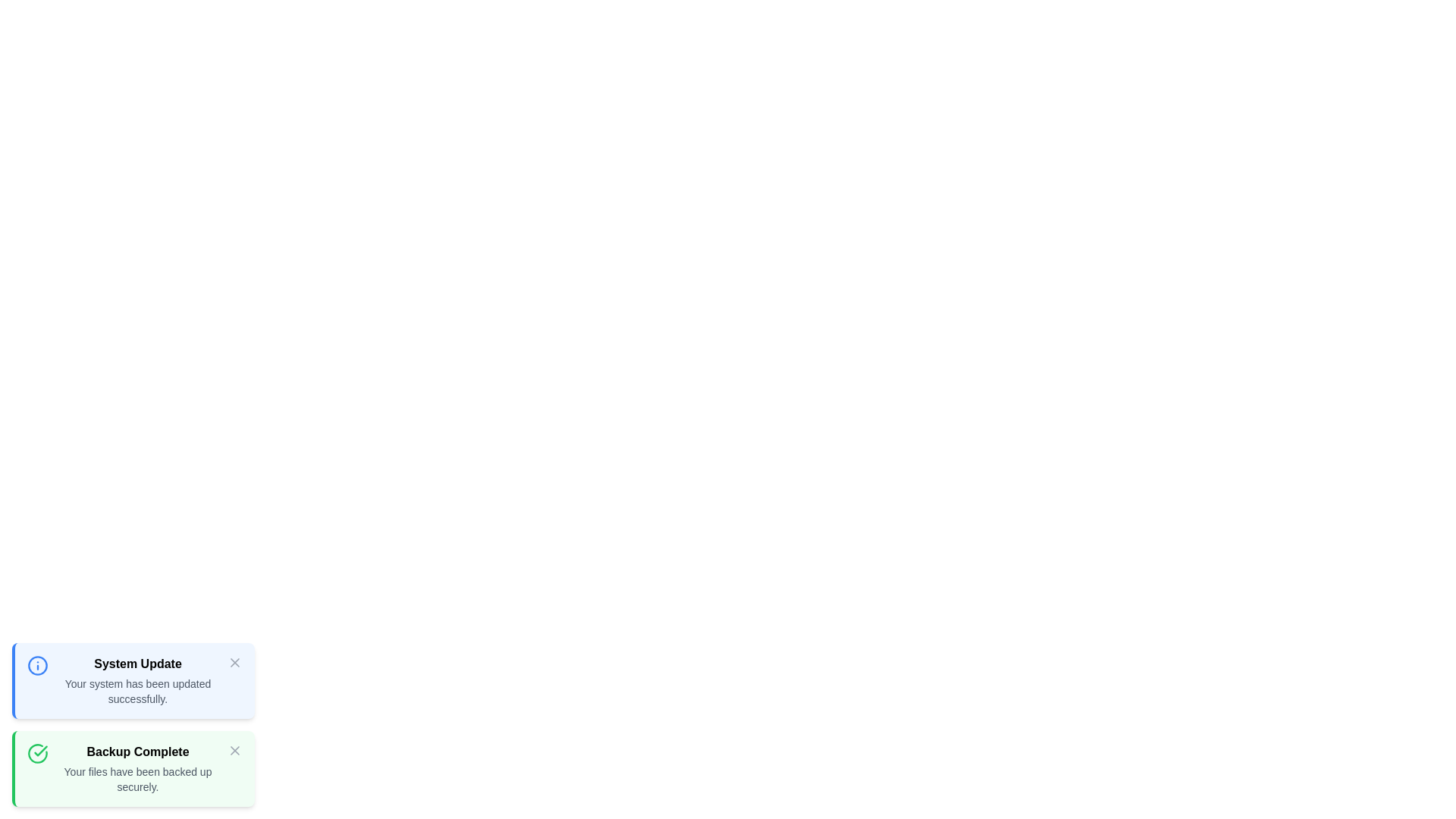  Describe the element at coordinates (234, 751) in the screenshot. I see `the close button of the notification with title 'Backup Complete'` at that location.